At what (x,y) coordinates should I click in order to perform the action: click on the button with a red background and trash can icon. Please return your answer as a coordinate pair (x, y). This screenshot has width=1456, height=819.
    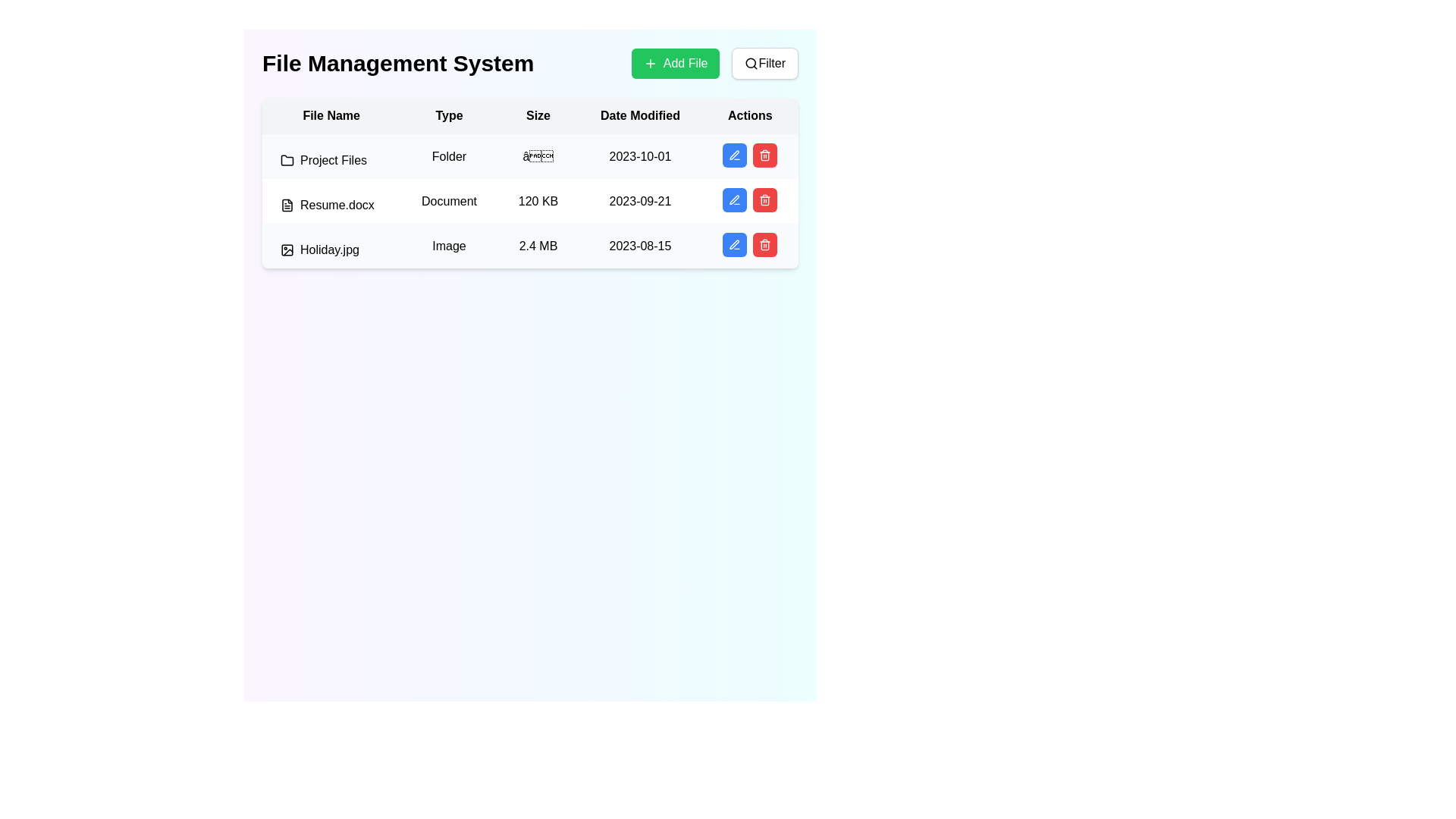
    Looking at the image, I should click on (765, 199).